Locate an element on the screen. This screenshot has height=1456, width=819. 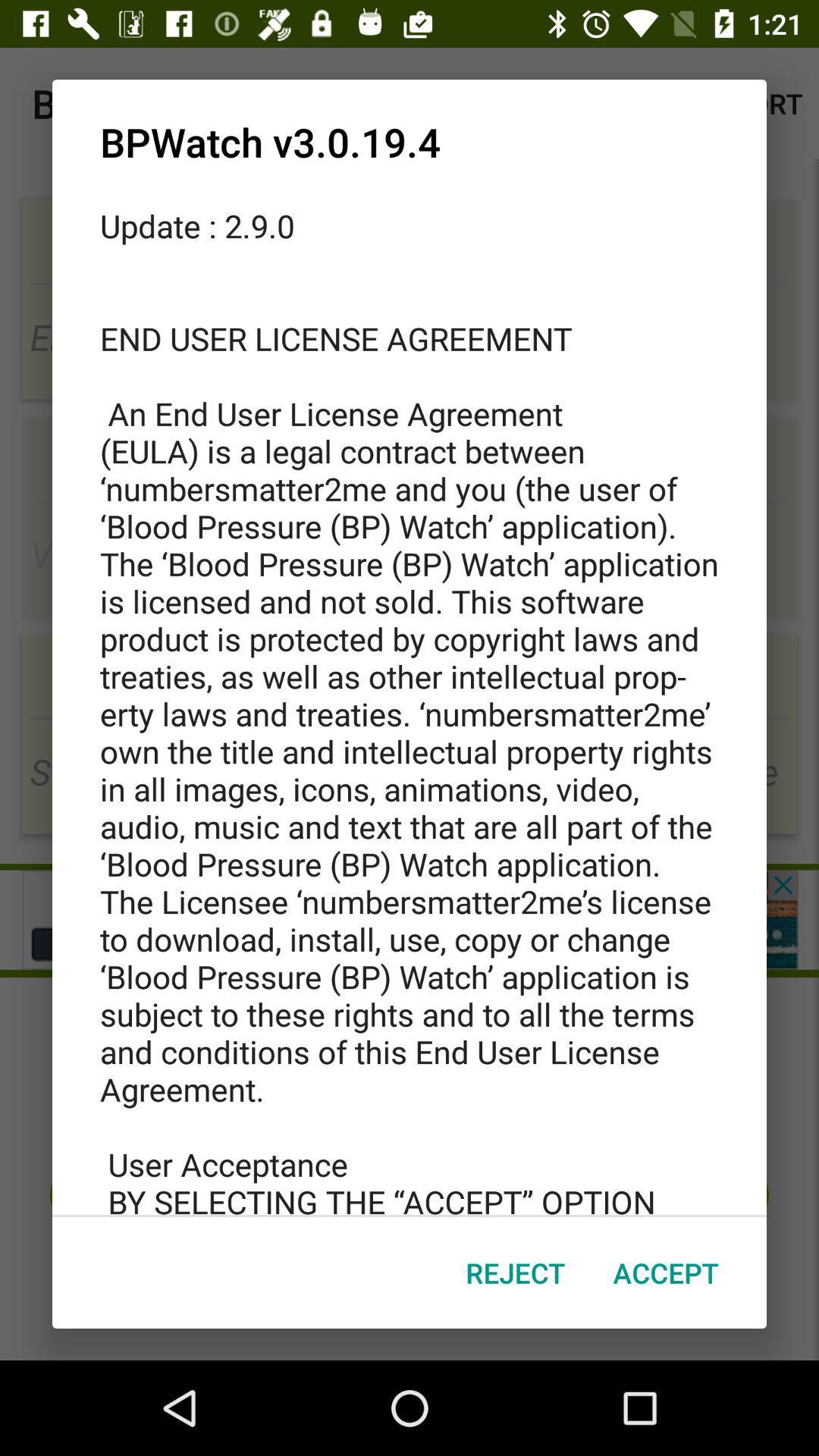
the item to the right of reject item is located at coordinates (665, 1272).